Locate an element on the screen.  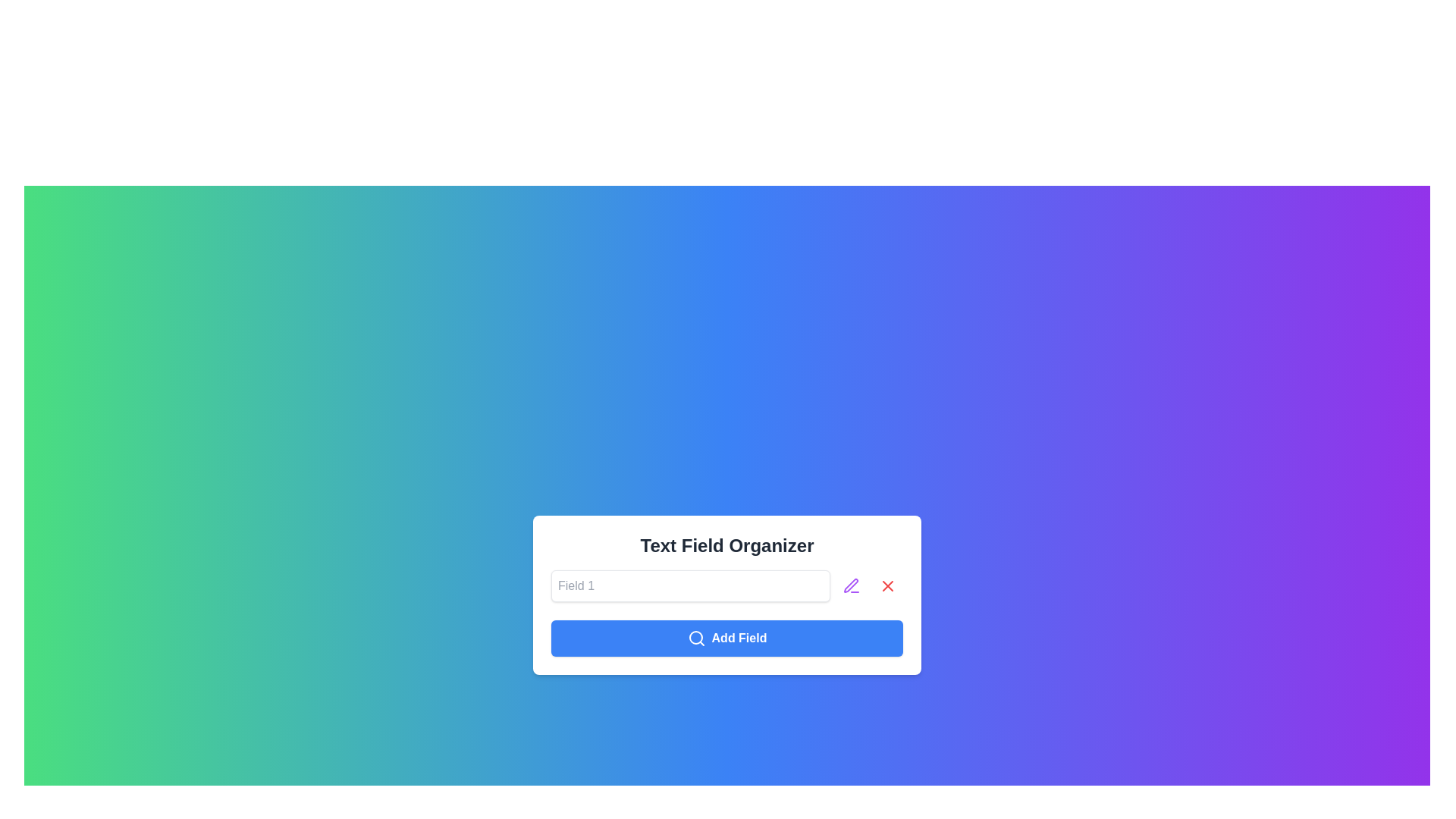
the purple pen icon located to the right of the text input field labeled 'Field 1', which is aligned with the text field and positioned just left of the red 'X' icon is located at coordinates (852, 585).